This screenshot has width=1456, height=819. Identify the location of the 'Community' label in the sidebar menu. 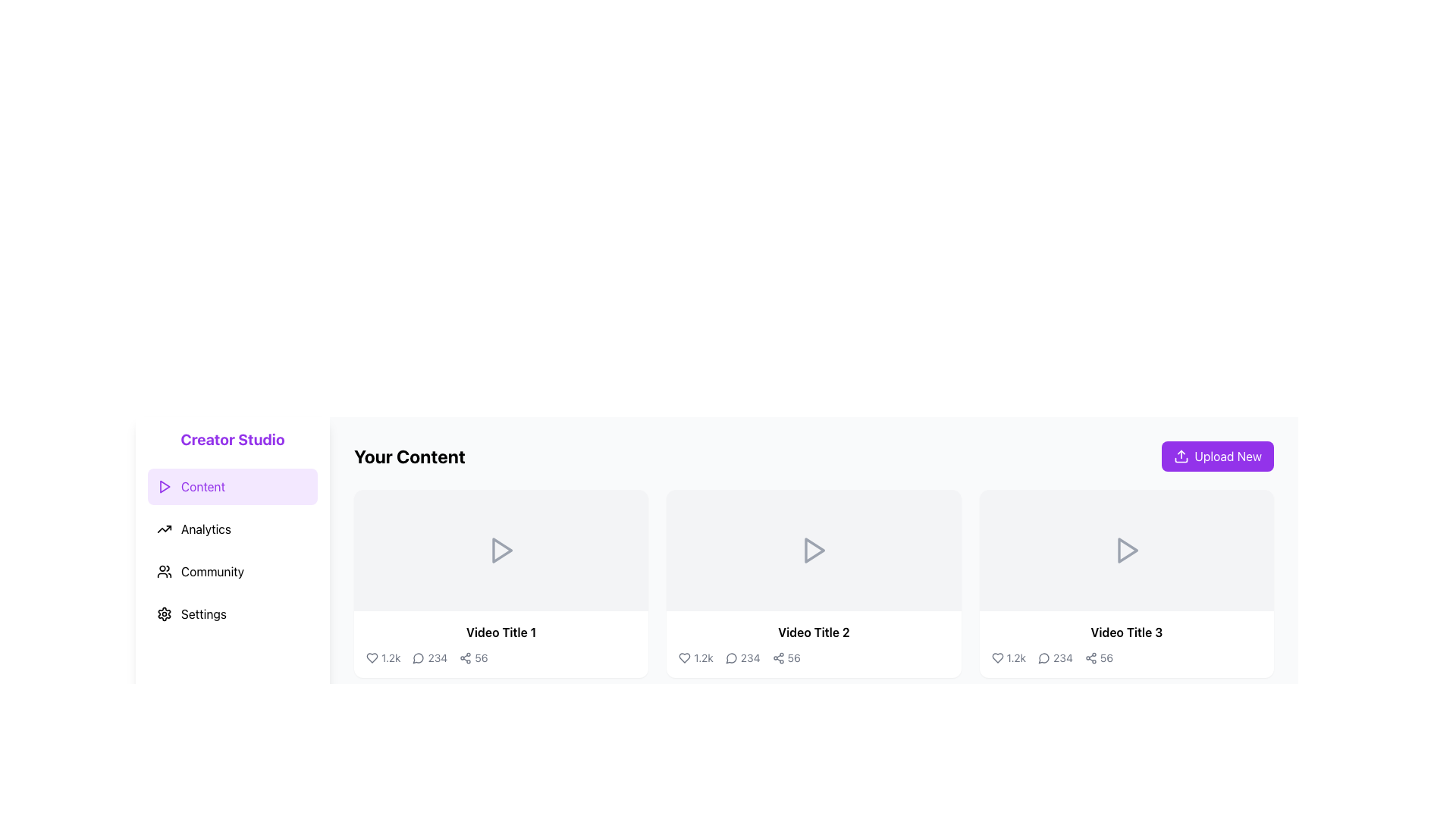
(212, 571).